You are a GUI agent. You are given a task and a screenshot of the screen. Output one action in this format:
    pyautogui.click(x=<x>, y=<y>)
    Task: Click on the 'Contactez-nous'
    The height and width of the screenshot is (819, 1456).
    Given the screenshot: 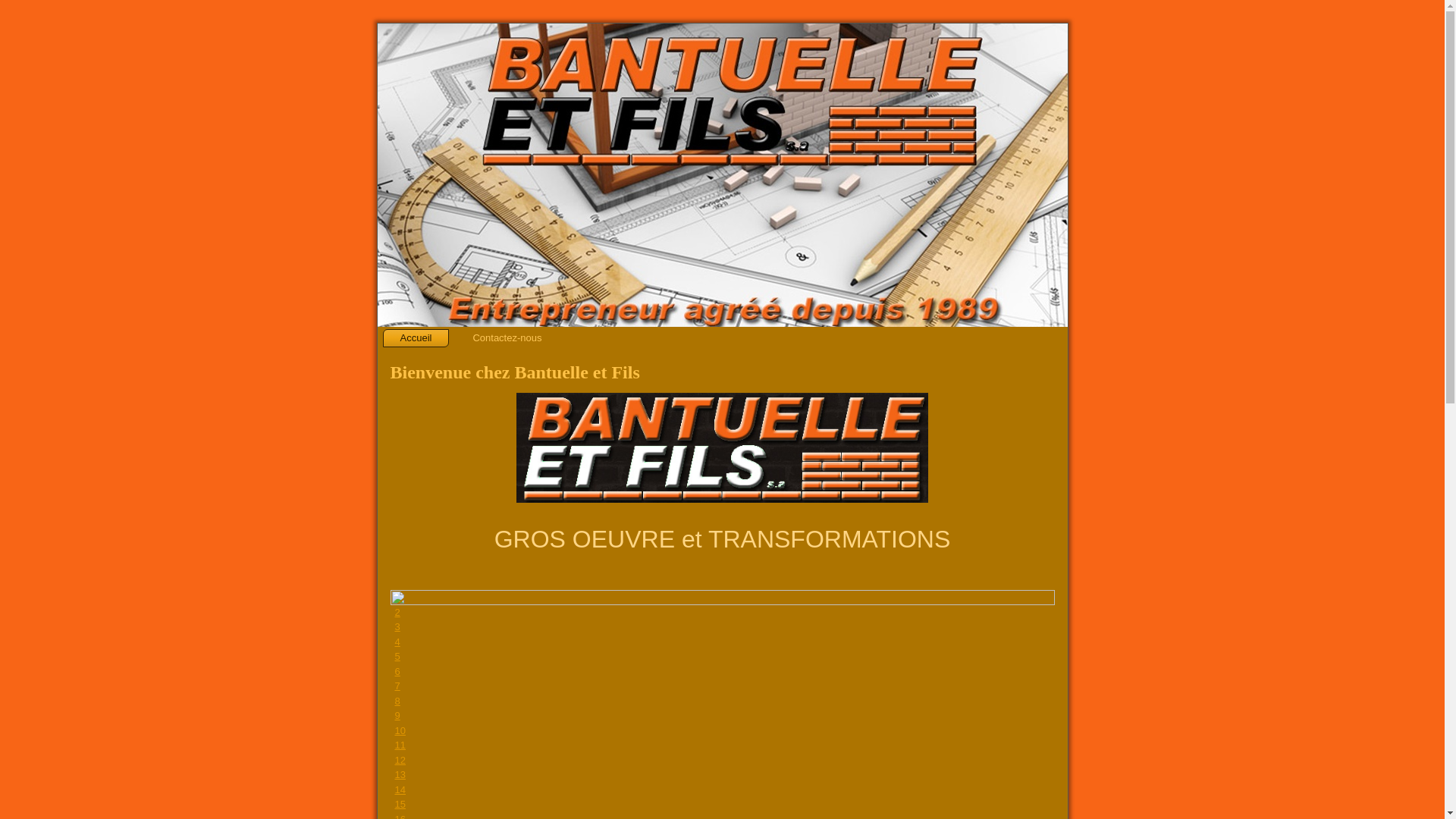 What is the action you would take?
    pyautogui.click(x=507, y=337)
    